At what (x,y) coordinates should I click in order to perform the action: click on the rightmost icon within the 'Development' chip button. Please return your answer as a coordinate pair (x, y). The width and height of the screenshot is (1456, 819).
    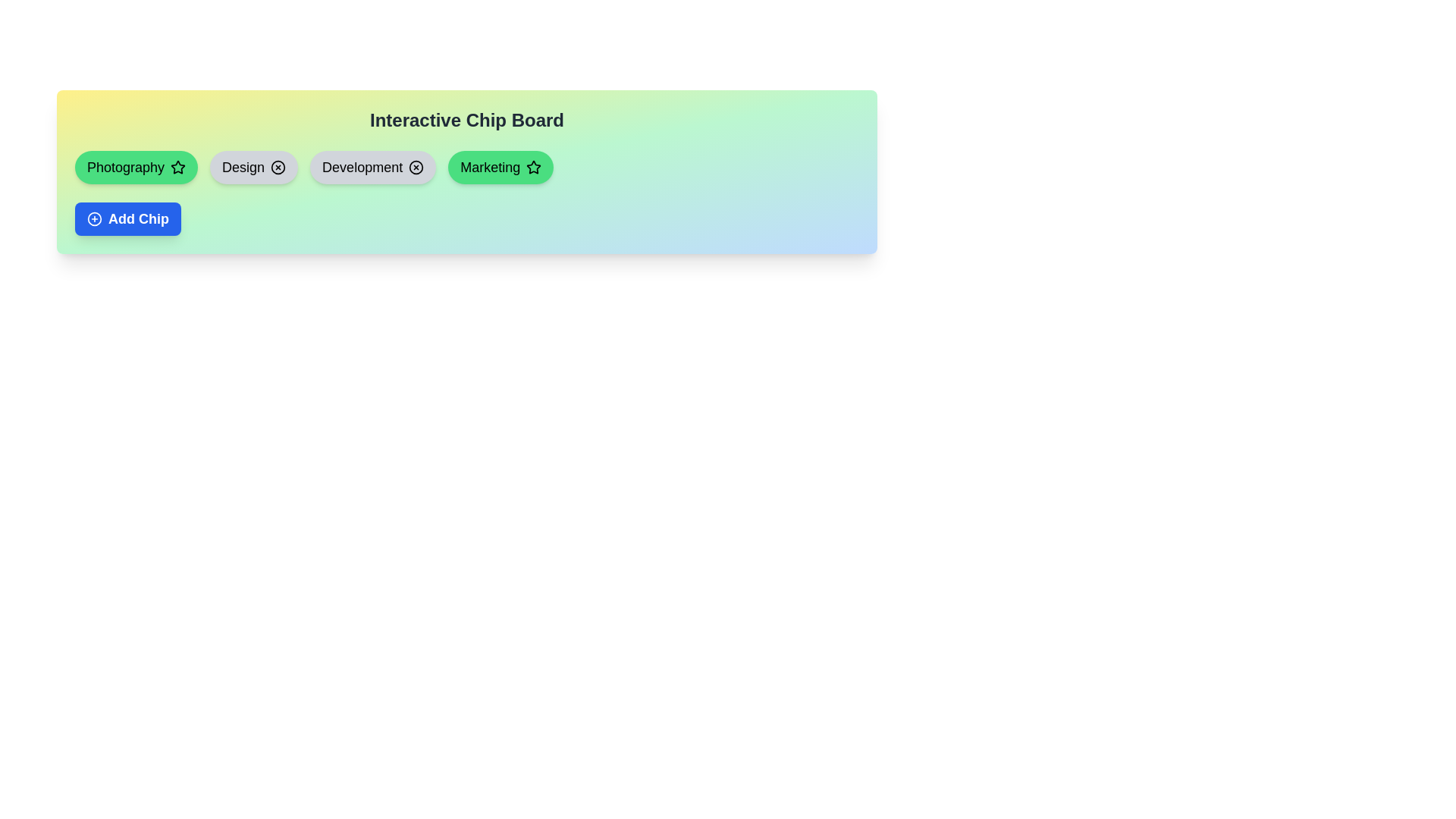
    Looking at the image, I should click on (416, 167).